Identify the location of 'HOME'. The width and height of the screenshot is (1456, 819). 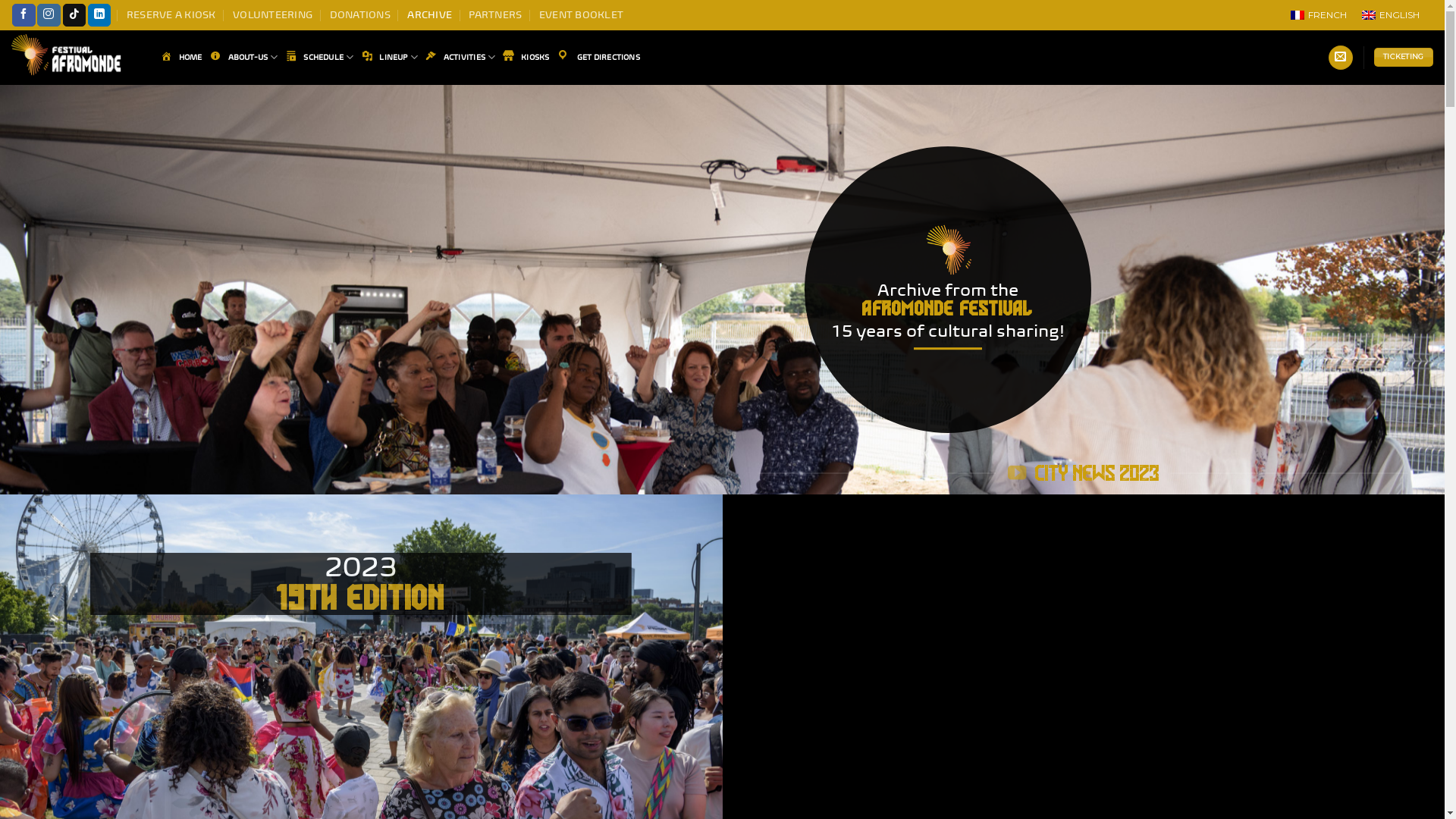
(160, 57).